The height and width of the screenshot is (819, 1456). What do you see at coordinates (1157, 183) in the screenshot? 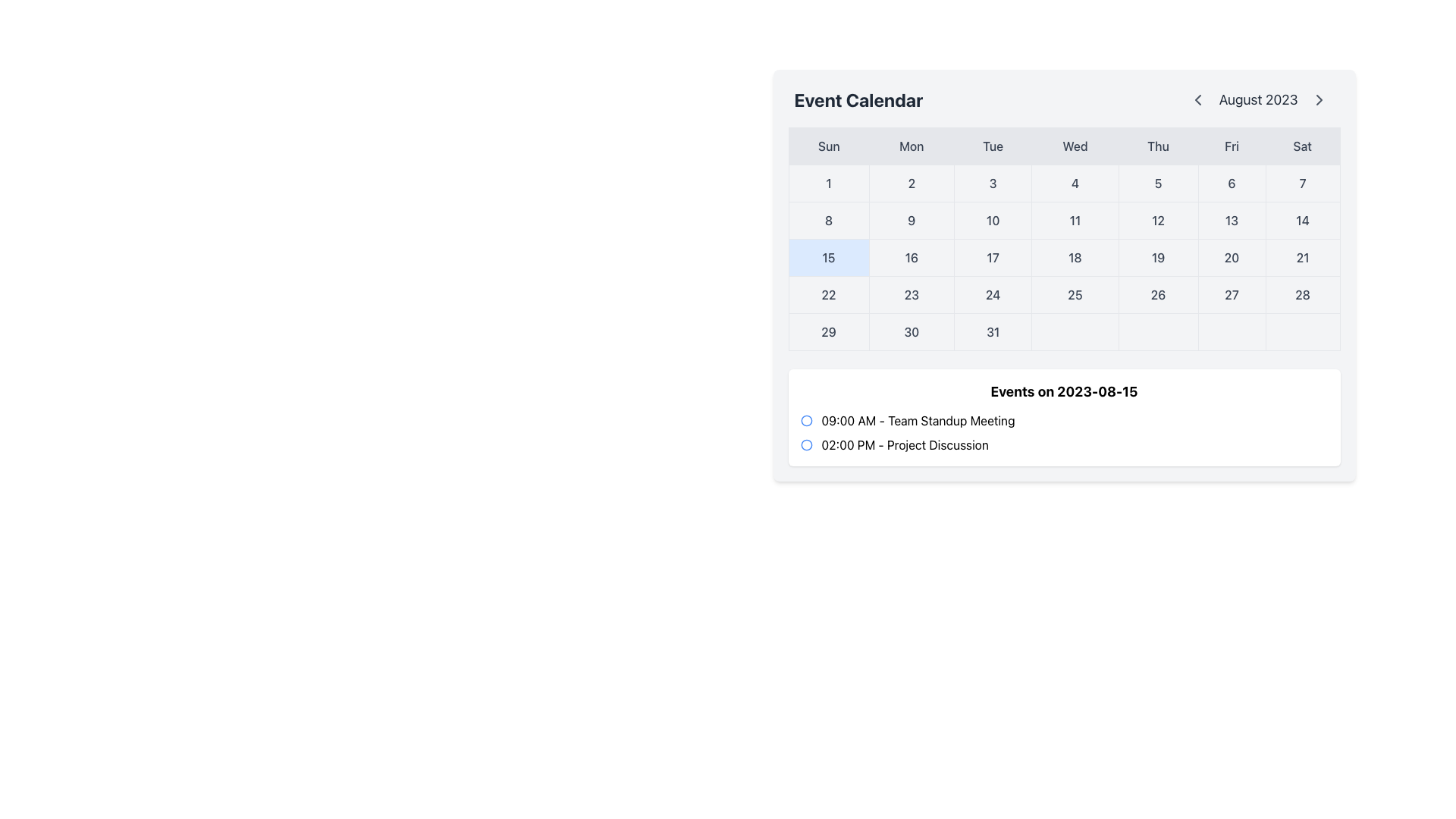
I see `the clickable day cell representing the date '5' in the calendar grid` at bounding box center [1157, 183].